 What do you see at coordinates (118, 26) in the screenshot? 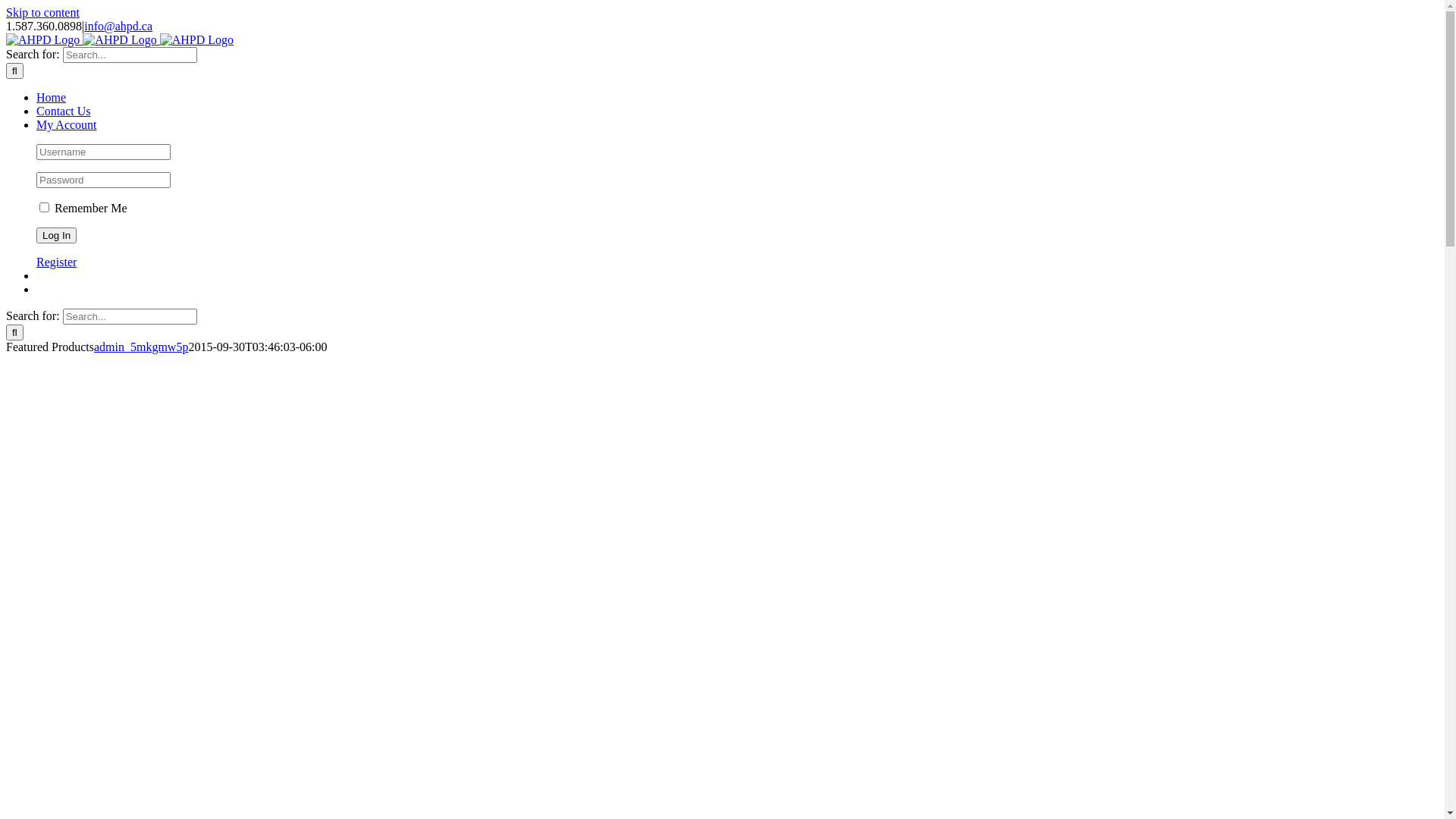
I see `'info@ahpd.ca'` at bounding box center [118, 26].